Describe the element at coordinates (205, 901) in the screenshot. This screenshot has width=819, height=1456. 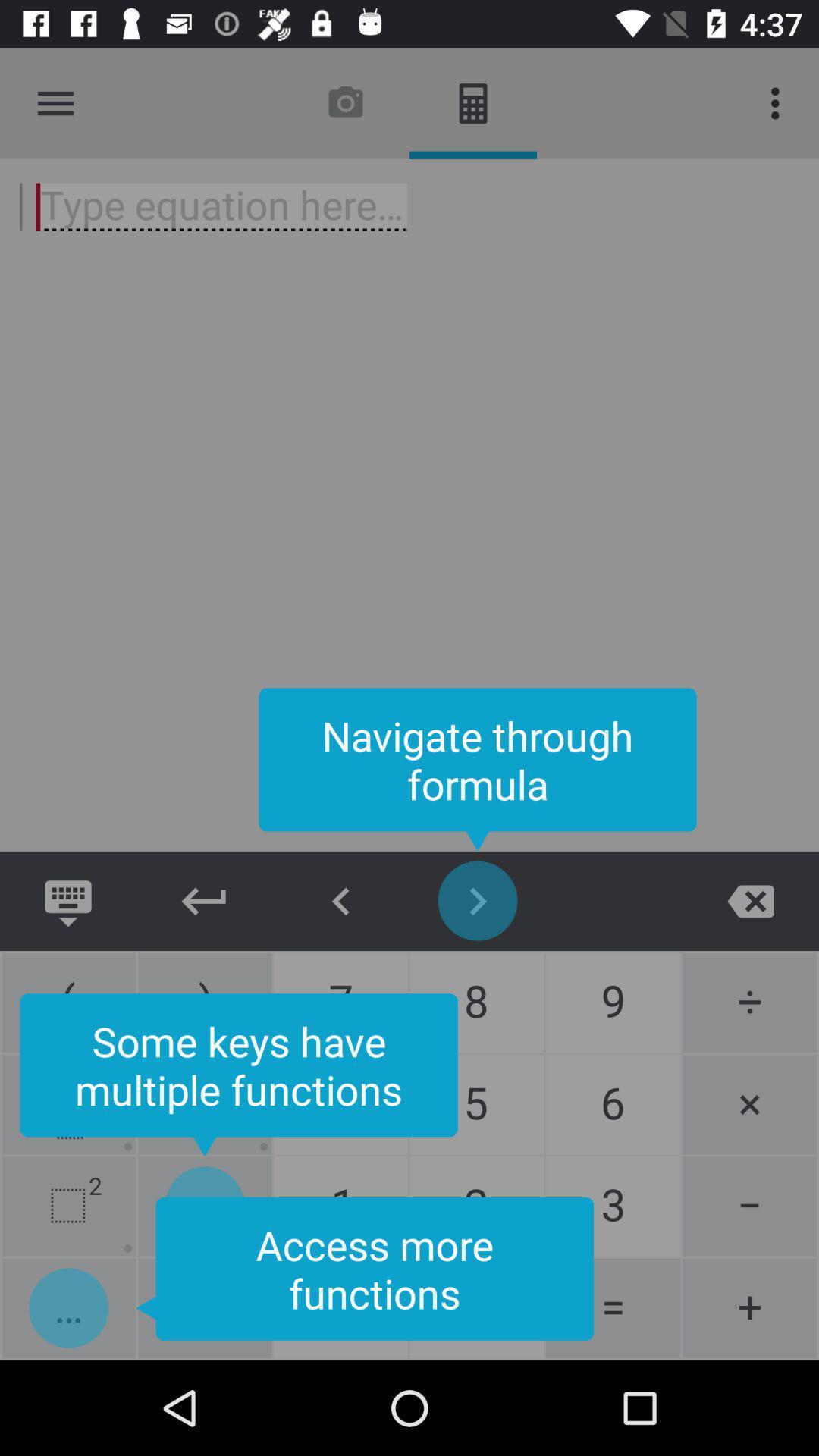
I see `hide calculator keypad` at that location.